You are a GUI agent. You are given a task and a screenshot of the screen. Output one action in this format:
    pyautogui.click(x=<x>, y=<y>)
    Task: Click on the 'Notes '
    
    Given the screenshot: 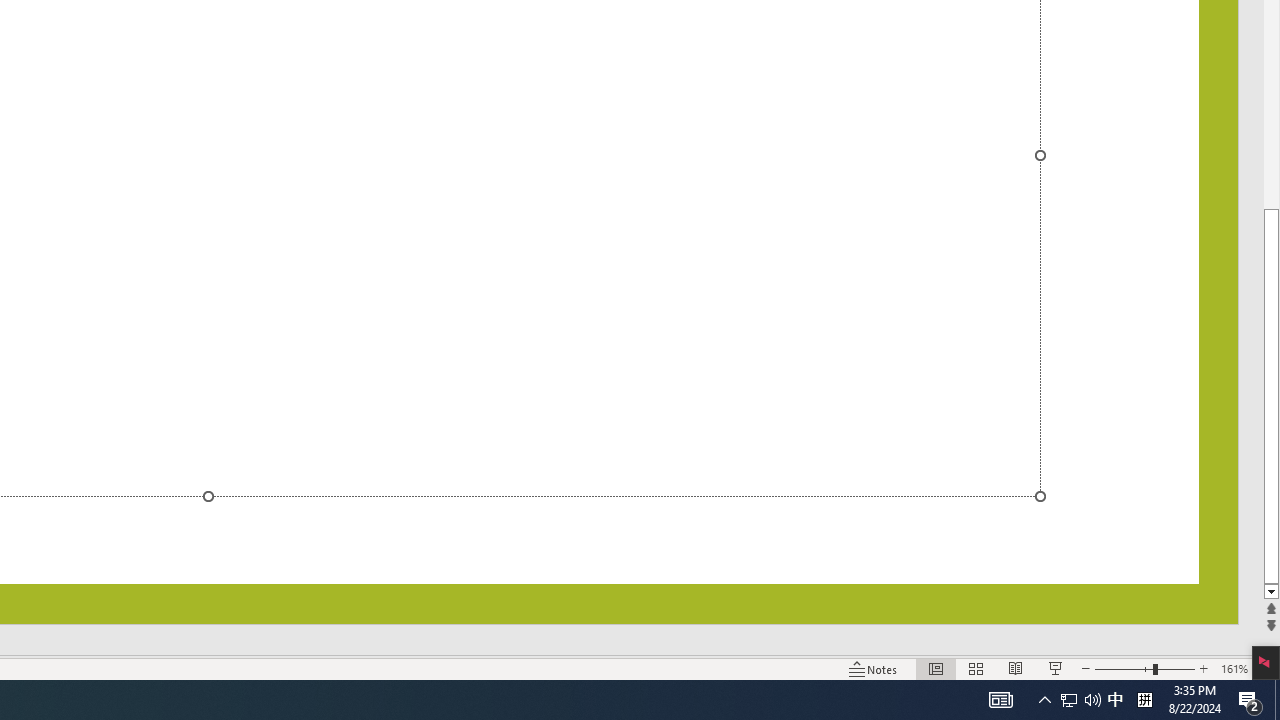 What is the action you would take?
    pyautogui.click(x=874, y=669)
    